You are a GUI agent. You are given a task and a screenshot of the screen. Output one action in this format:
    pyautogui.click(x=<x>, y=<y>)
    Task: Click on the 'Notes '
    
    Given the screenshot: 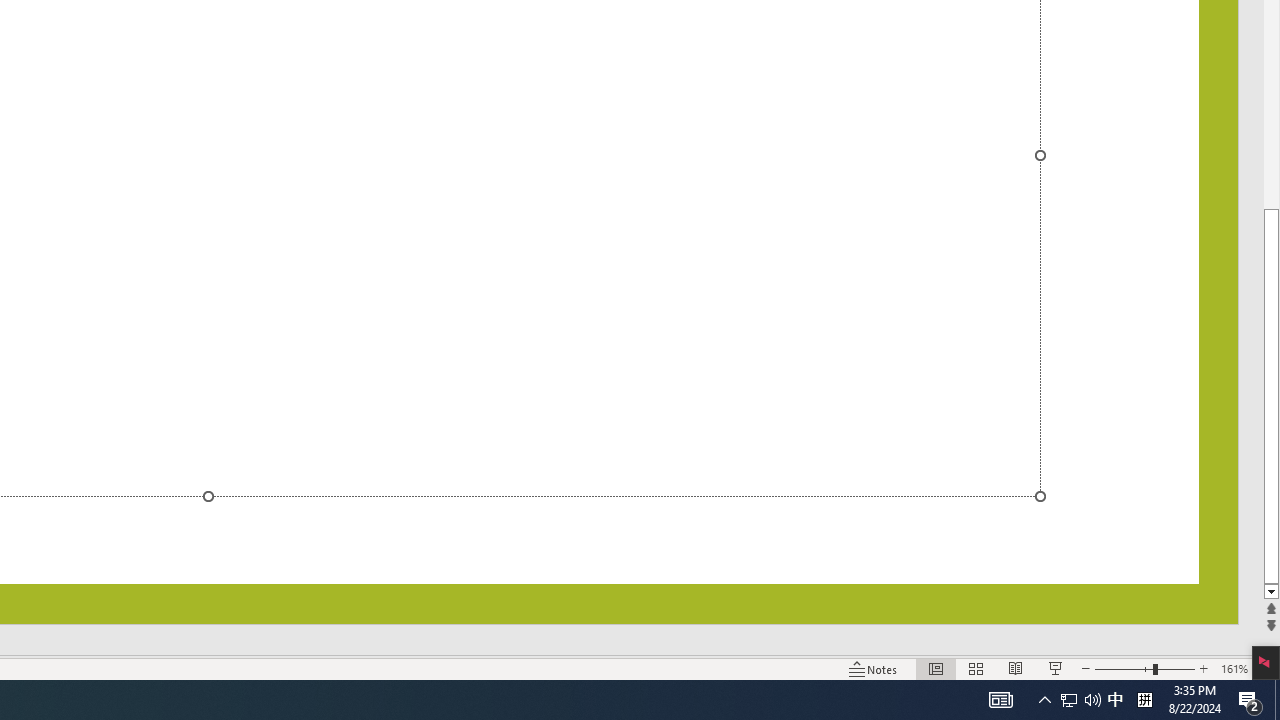 What is the action you would take?
    pyautogui.click(x=874, y=669)
    